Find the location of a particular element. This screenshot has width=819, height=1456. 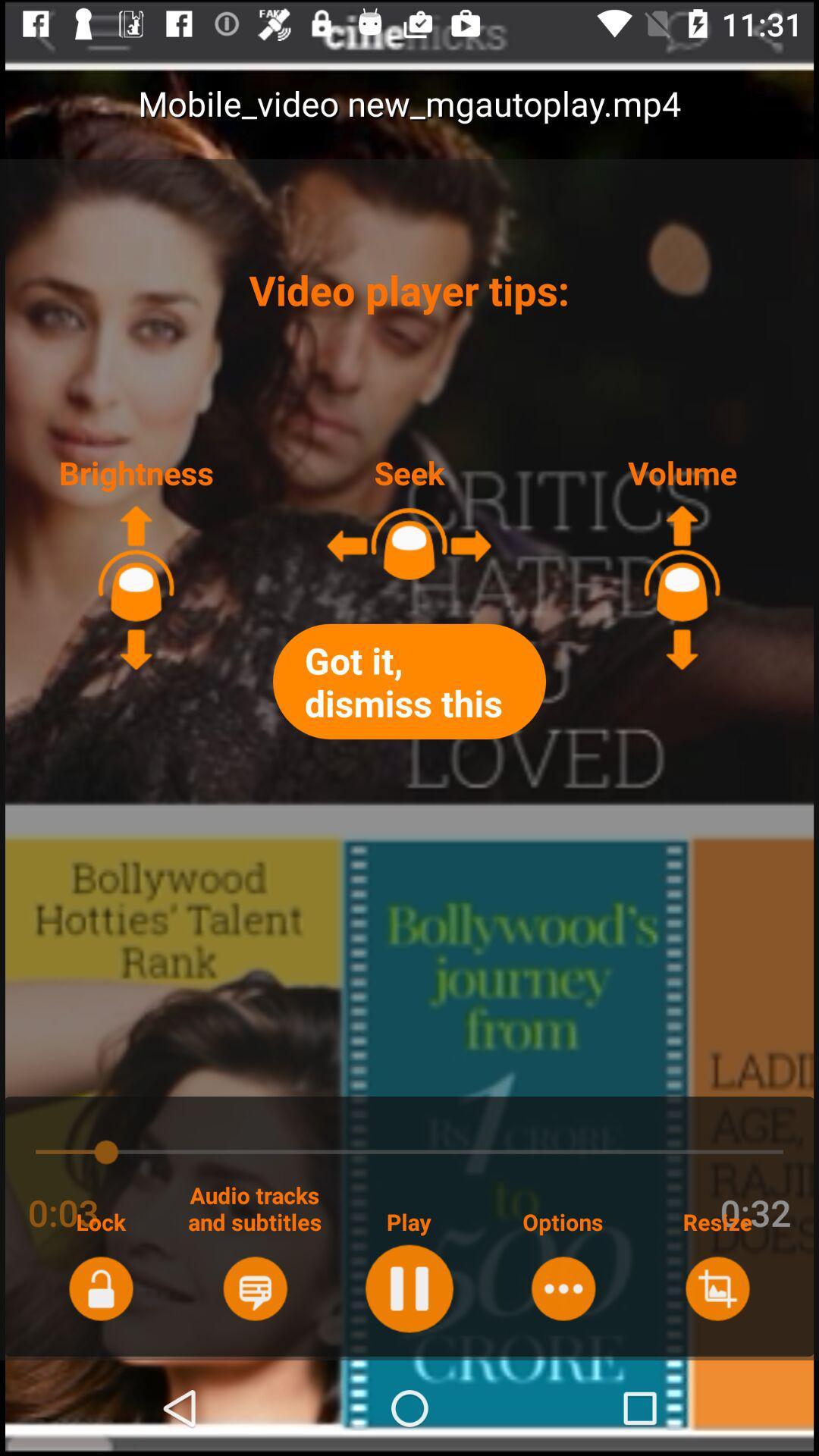

the pause icon is located at coordinates (408, 1288).